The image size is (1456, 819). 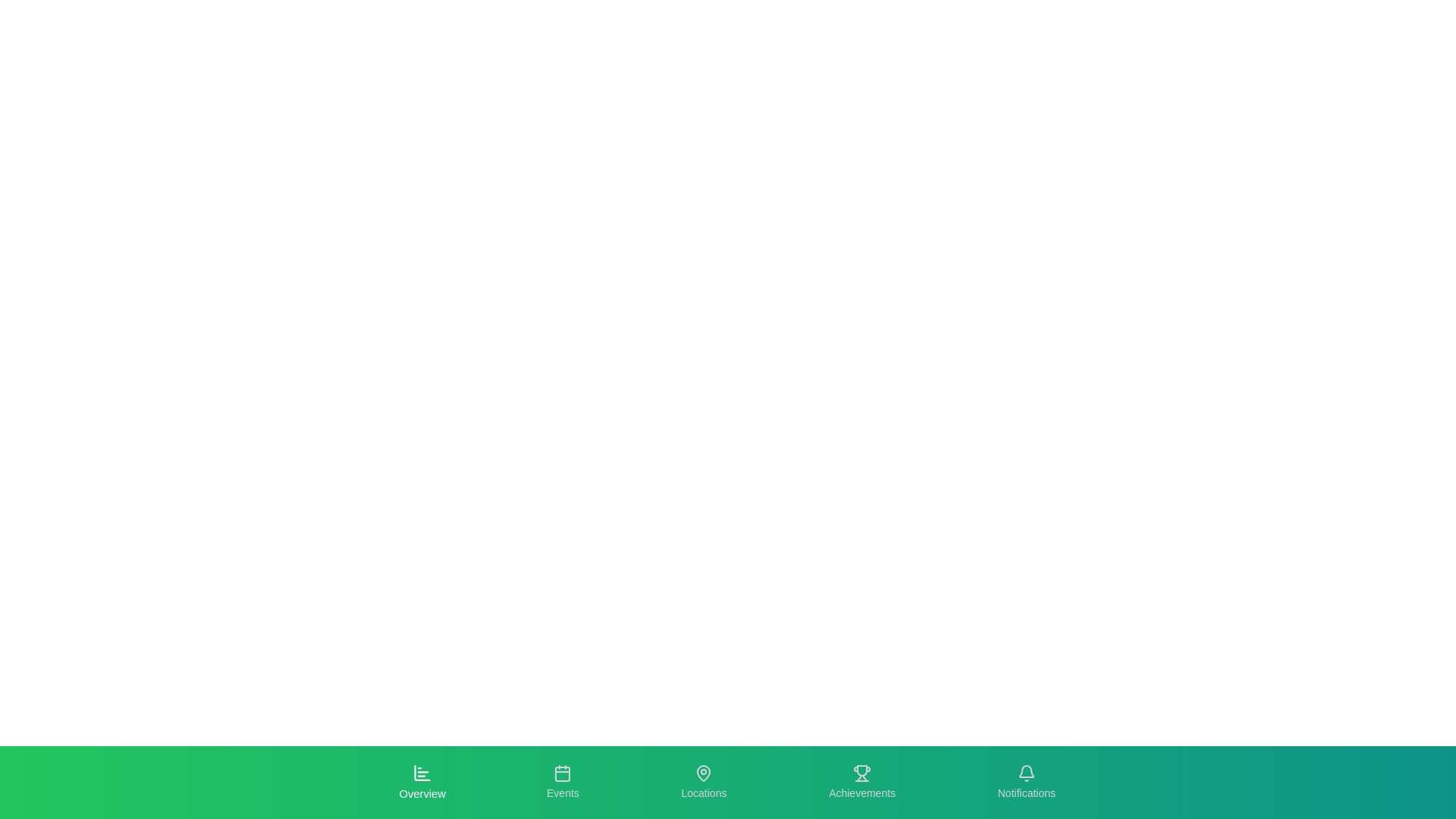 I want to click on the Notifications tab to navigate to its respective section, so click(x=1026, y=783).